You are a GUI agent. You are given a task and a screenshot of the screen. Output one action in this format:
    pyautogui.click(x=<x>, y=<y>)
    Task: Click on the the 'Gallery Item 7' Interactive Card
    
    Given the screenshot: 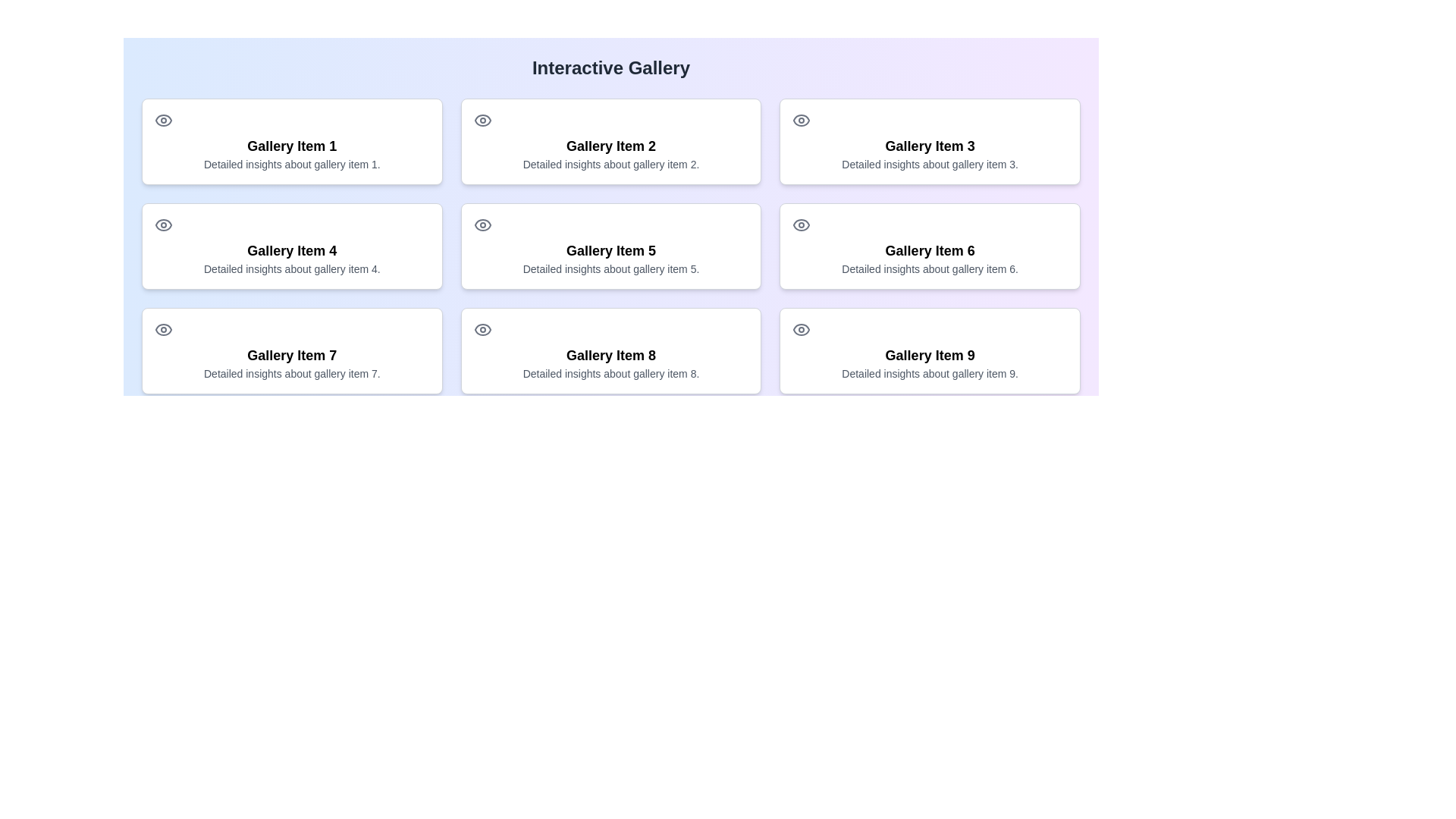 What is the action you would take?
    pyautogui.click(x=292, y=350)
    